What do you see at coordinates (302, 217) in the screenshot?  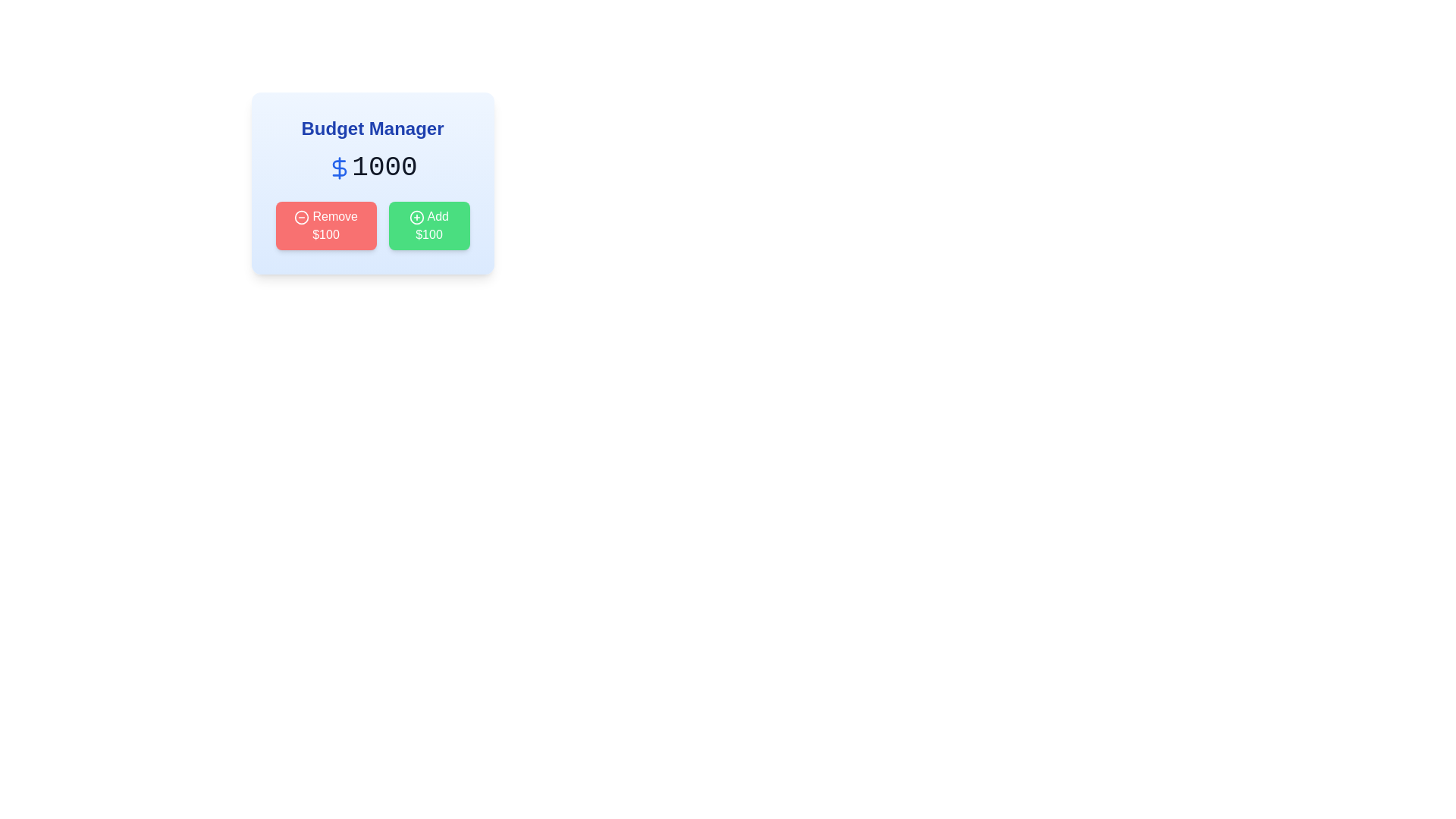 I see `the circular icon with a minus symbol that is part of the 'Remove $100' button located below the 'Budget Manager' heading` at bounding box center [302, 217].